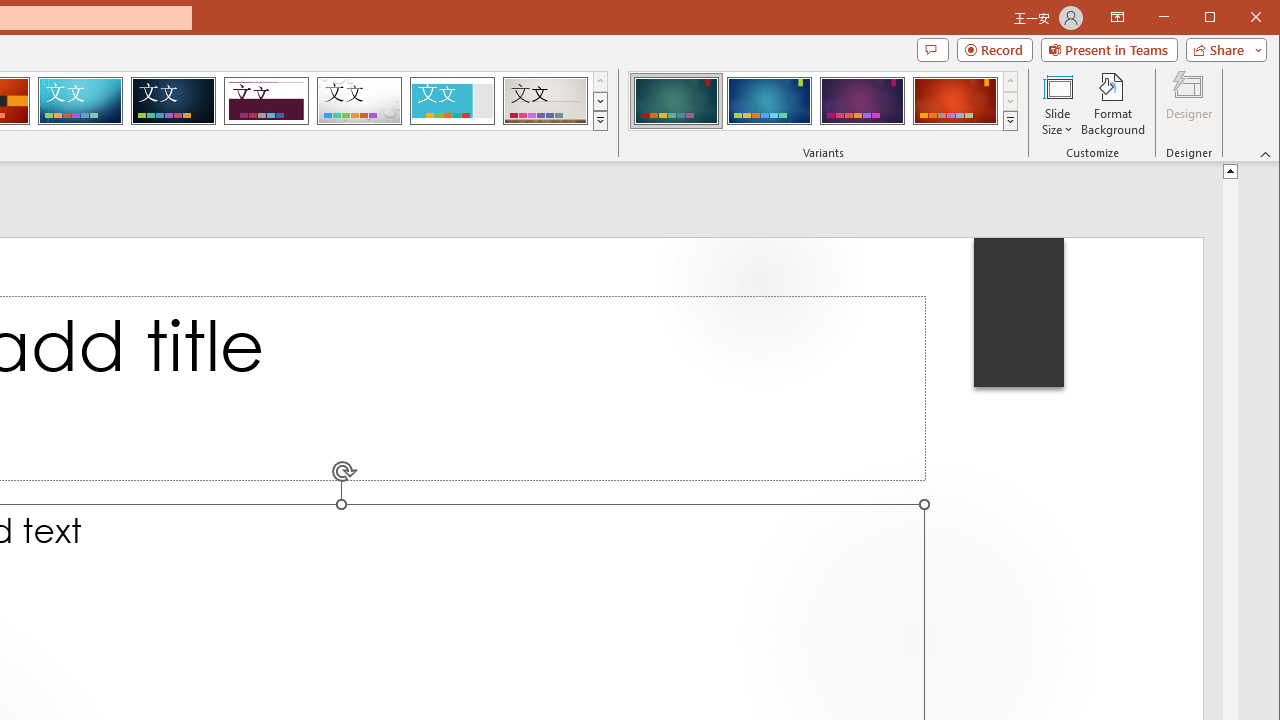 The height and width of the screenshot is (720, 1280). I want to click on 'Ion Variant 2', so click(768, 100).